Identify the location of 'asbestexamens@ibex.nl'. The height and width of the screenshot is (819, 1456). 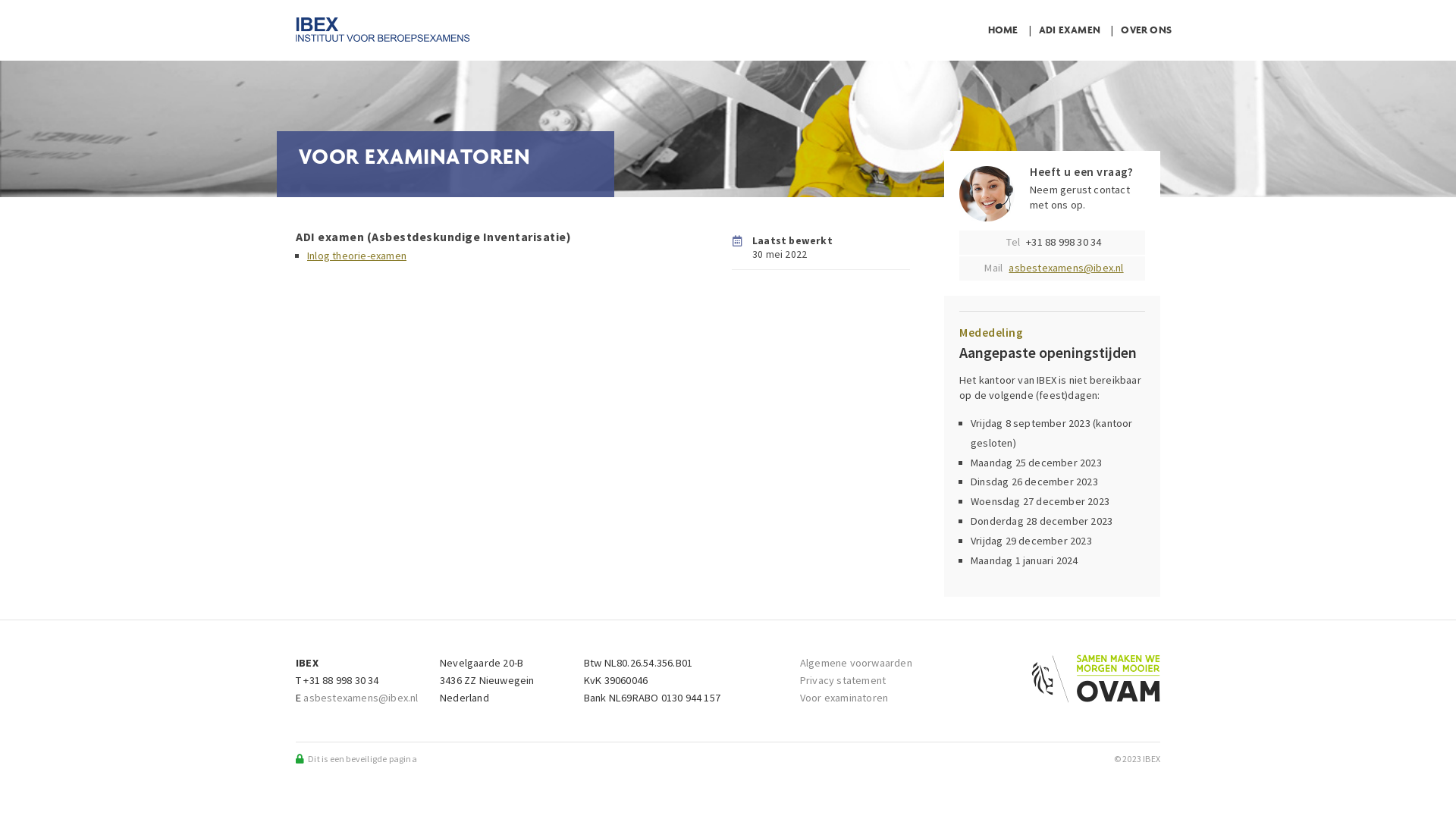
(1008, 267).